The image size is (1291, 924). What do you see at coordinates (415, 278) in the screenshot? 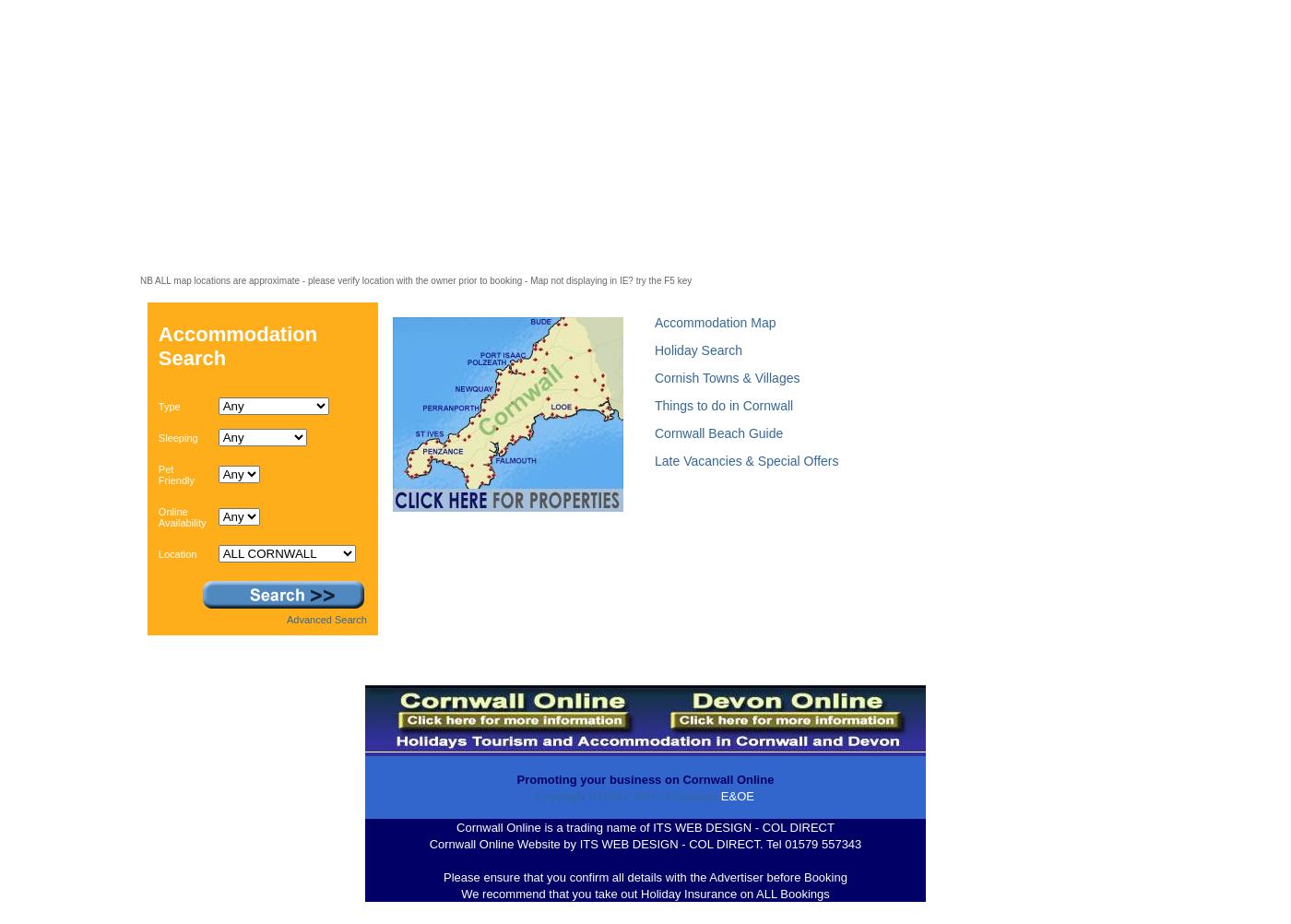
I see `'NB ALL map locations 
                are approximate - please verify location with the owner prior 
                to booking - Map not displaying in IE? try the F5 key'` at bounding box center [415, 278].